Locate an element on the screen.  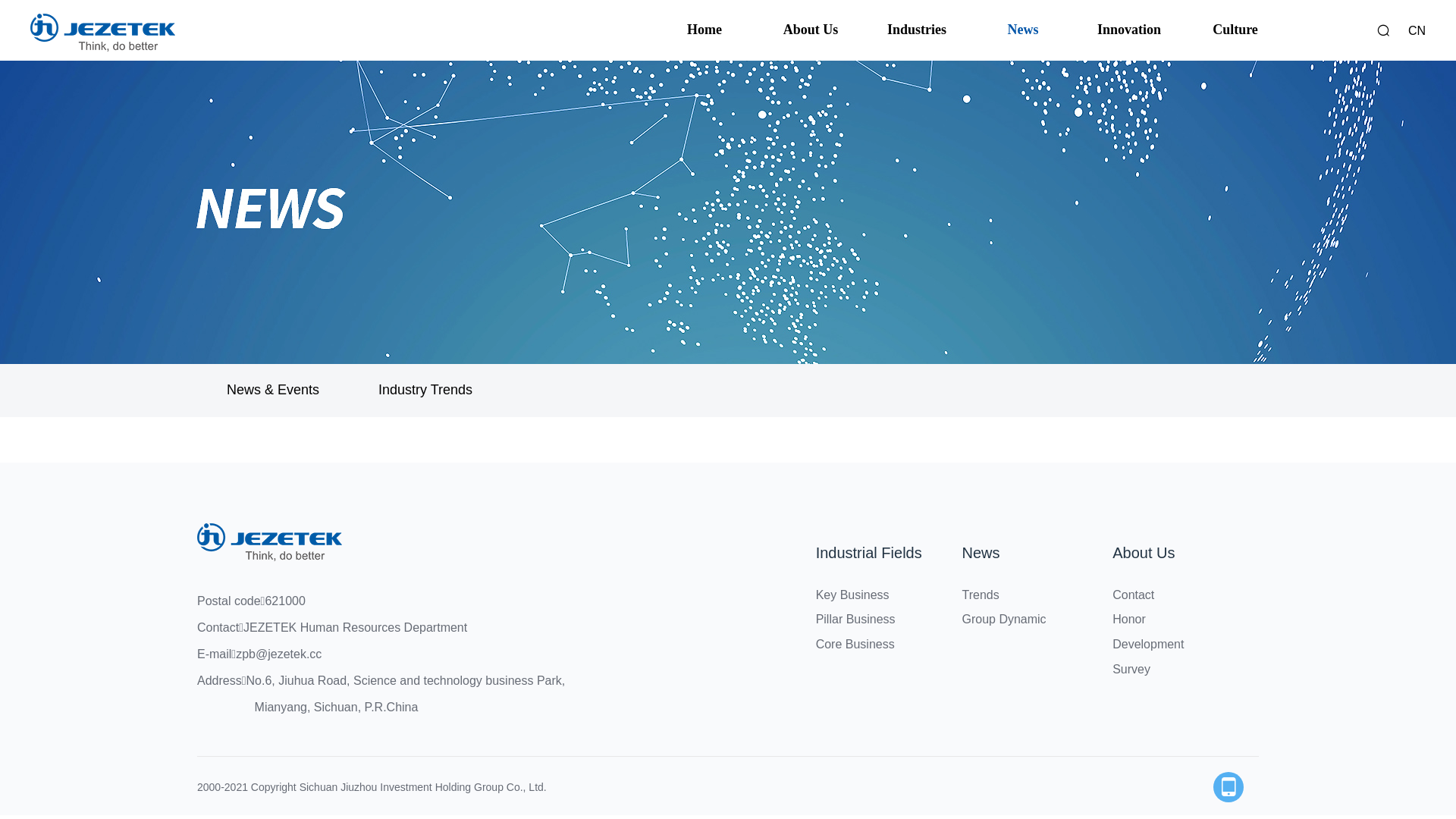
'News is located at coordinates (985, 30).